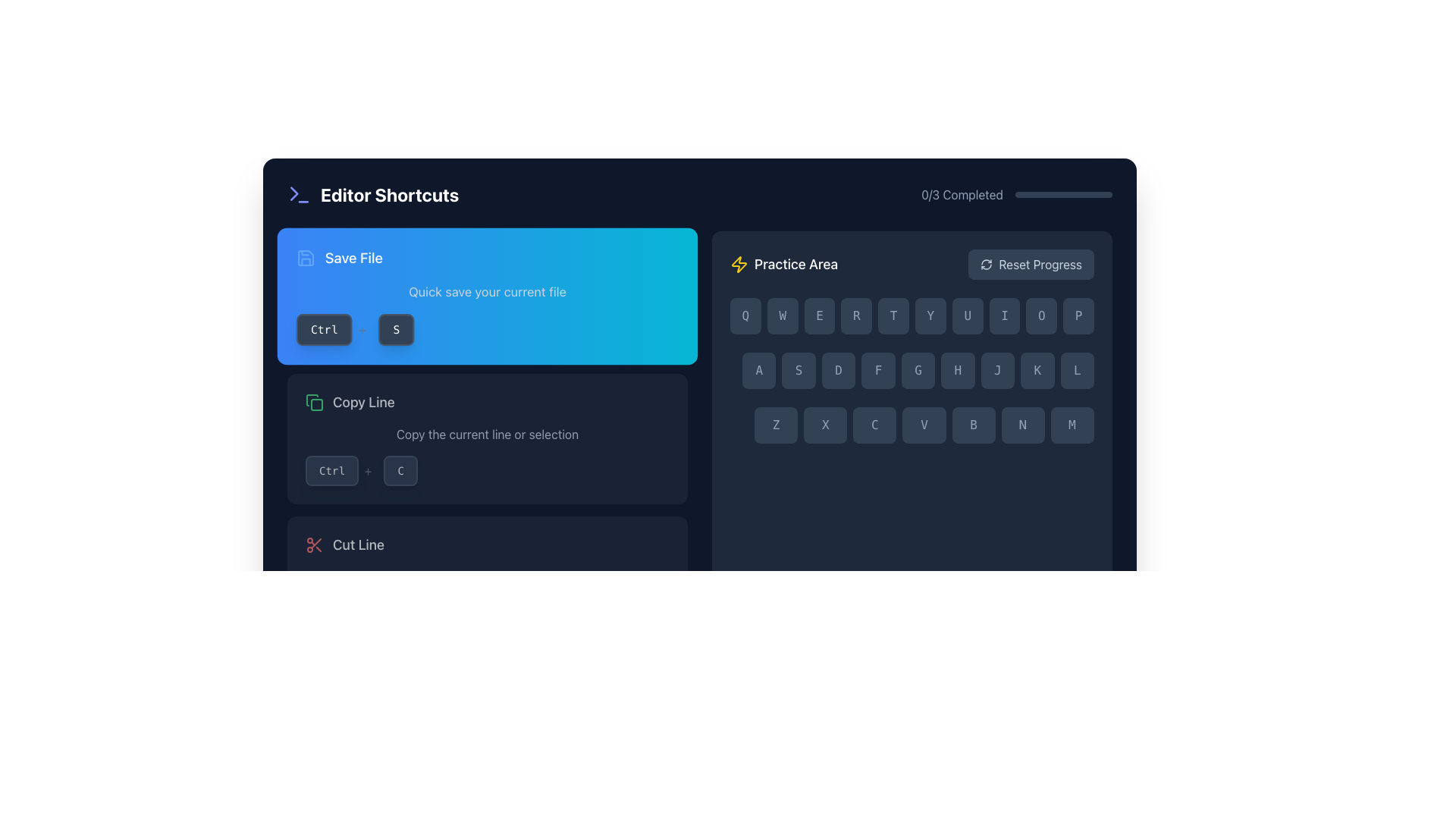 Image resolution: width=1456 pixels, height=819 pixels. What do you see at coordinates (962, 194) in the screenshot?
I see `the Static Text Display showing '0/3 Completed'` at bounding box center [962, 194].